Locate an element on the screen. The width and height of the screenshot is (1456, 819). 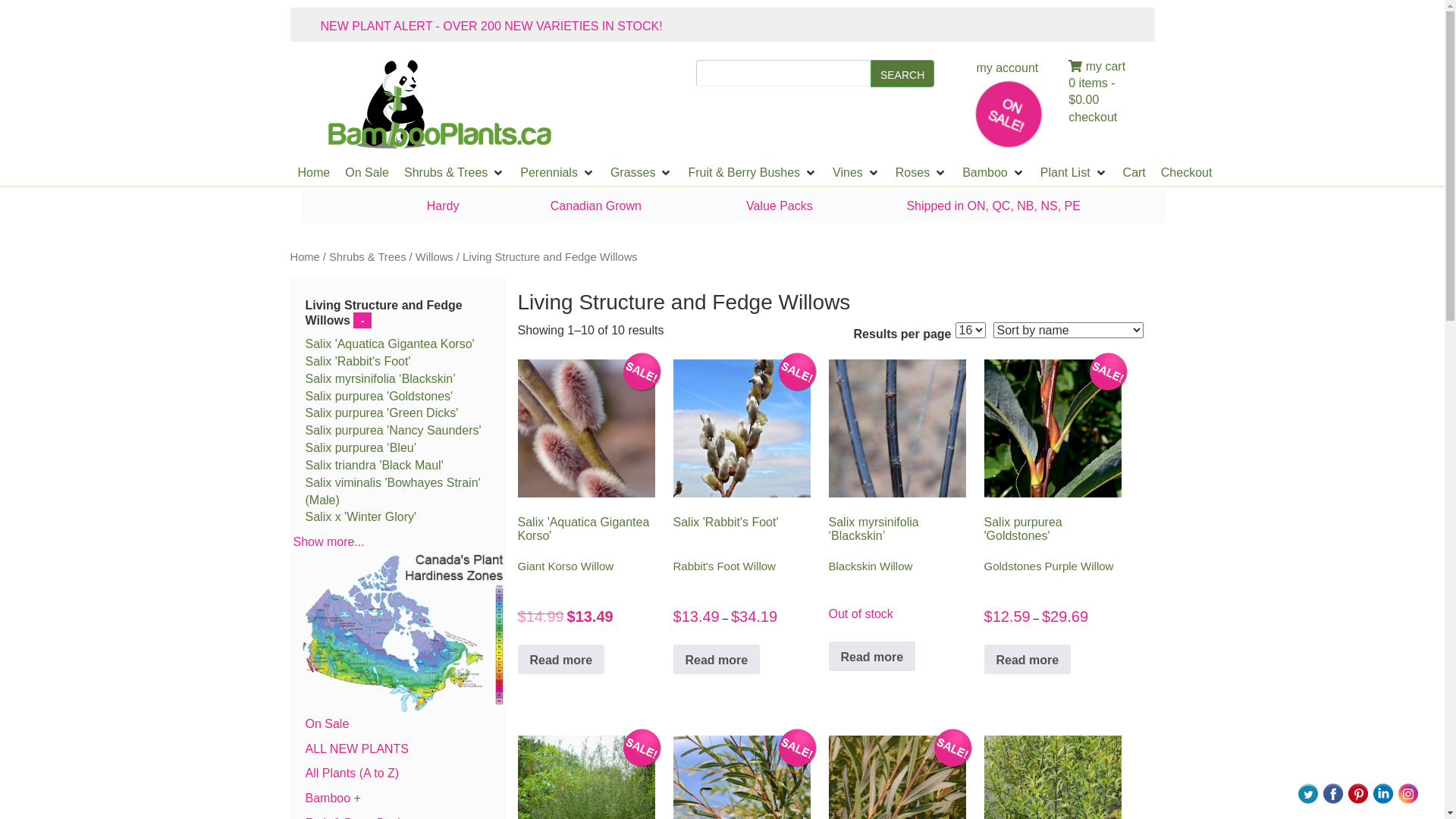
'Cart' is located at coordinates (1134, 172).